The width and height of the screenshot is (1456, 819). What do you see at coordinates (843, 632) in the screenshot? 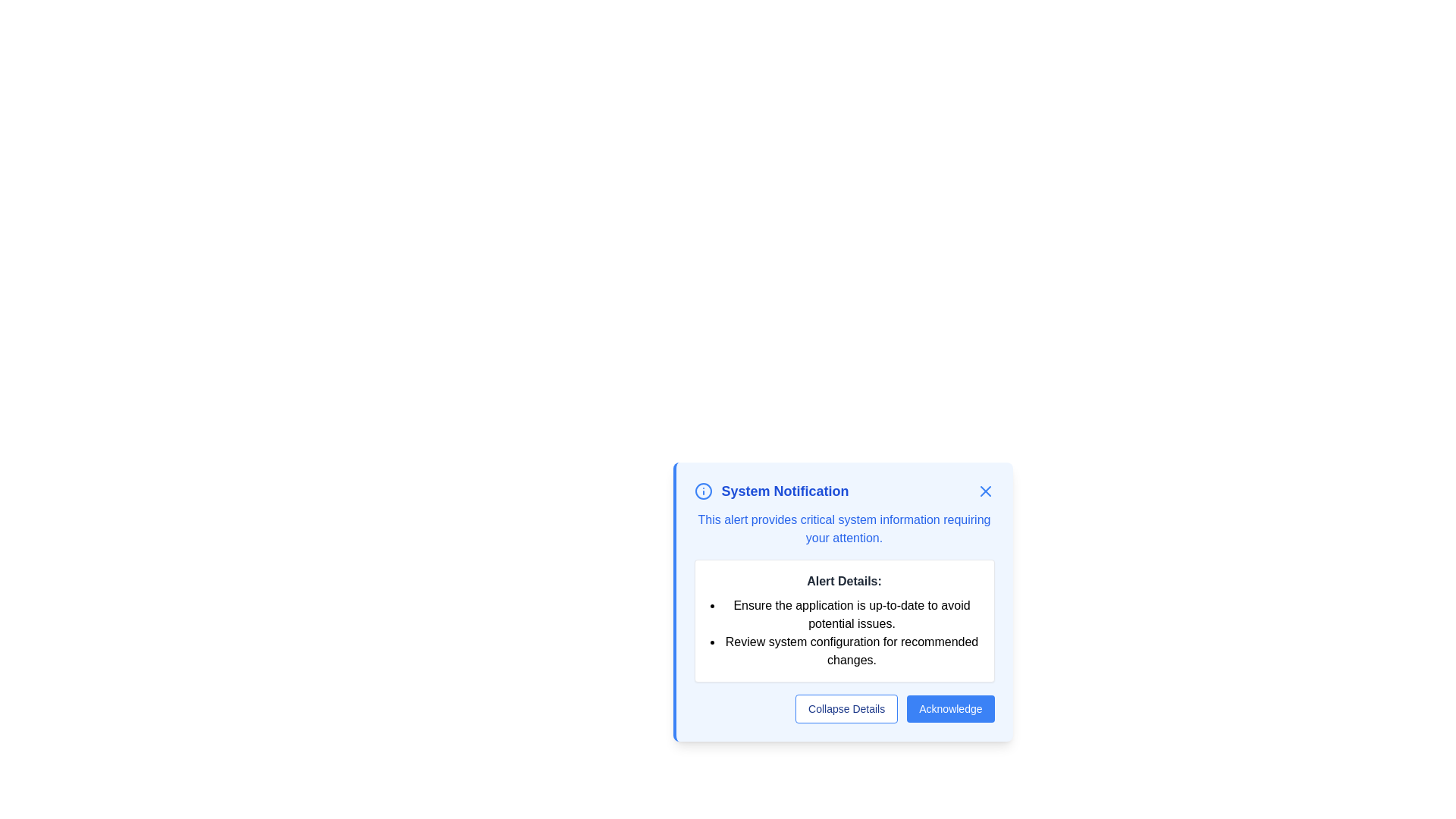
I see `the bulleted list in the 'Alert Details' section of the notification dialog box, which provides instructions regarding application updates and system configuration` at bounding box center [843, 632].